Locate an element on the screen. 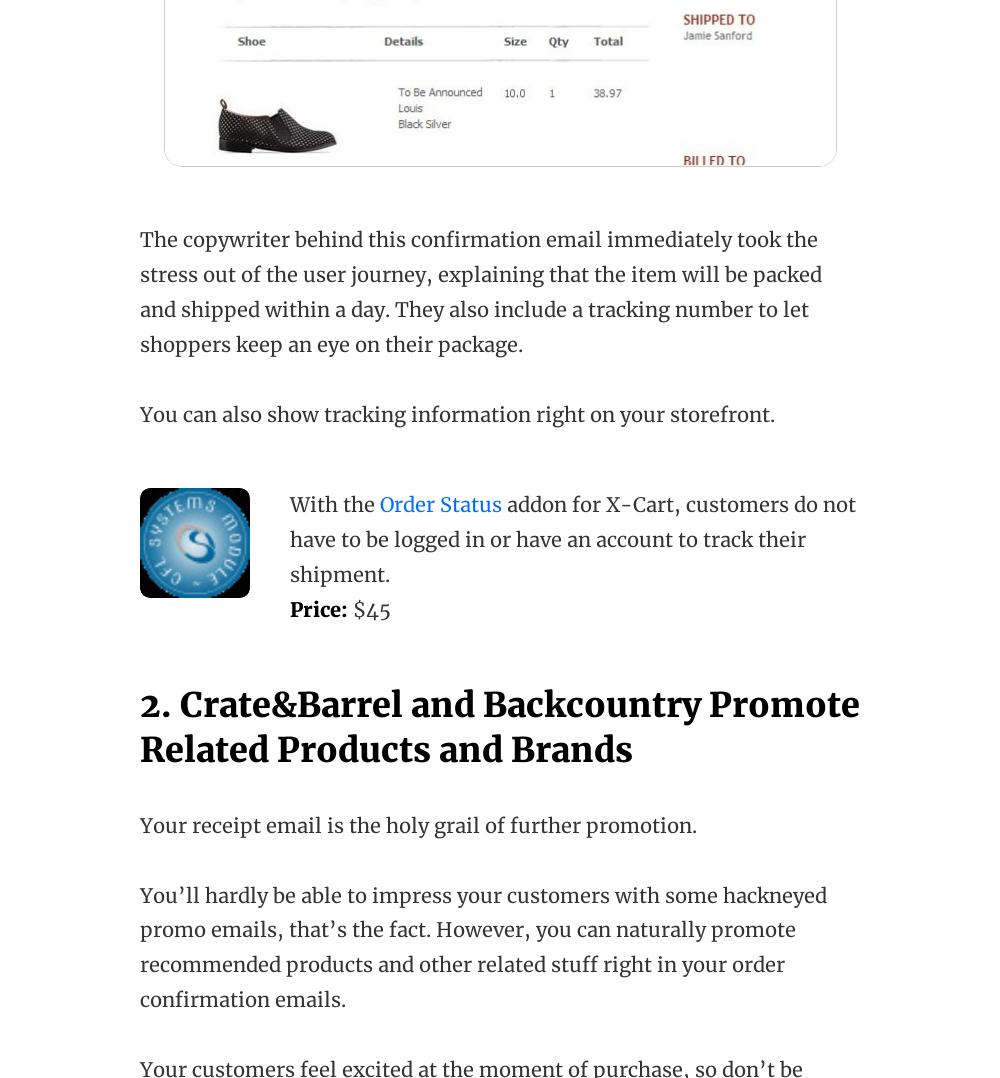 This screenshot has width=1000, height=1078. 'Your receipt email is the holy grail of further promotion.' is located at coordinates (140, 824).